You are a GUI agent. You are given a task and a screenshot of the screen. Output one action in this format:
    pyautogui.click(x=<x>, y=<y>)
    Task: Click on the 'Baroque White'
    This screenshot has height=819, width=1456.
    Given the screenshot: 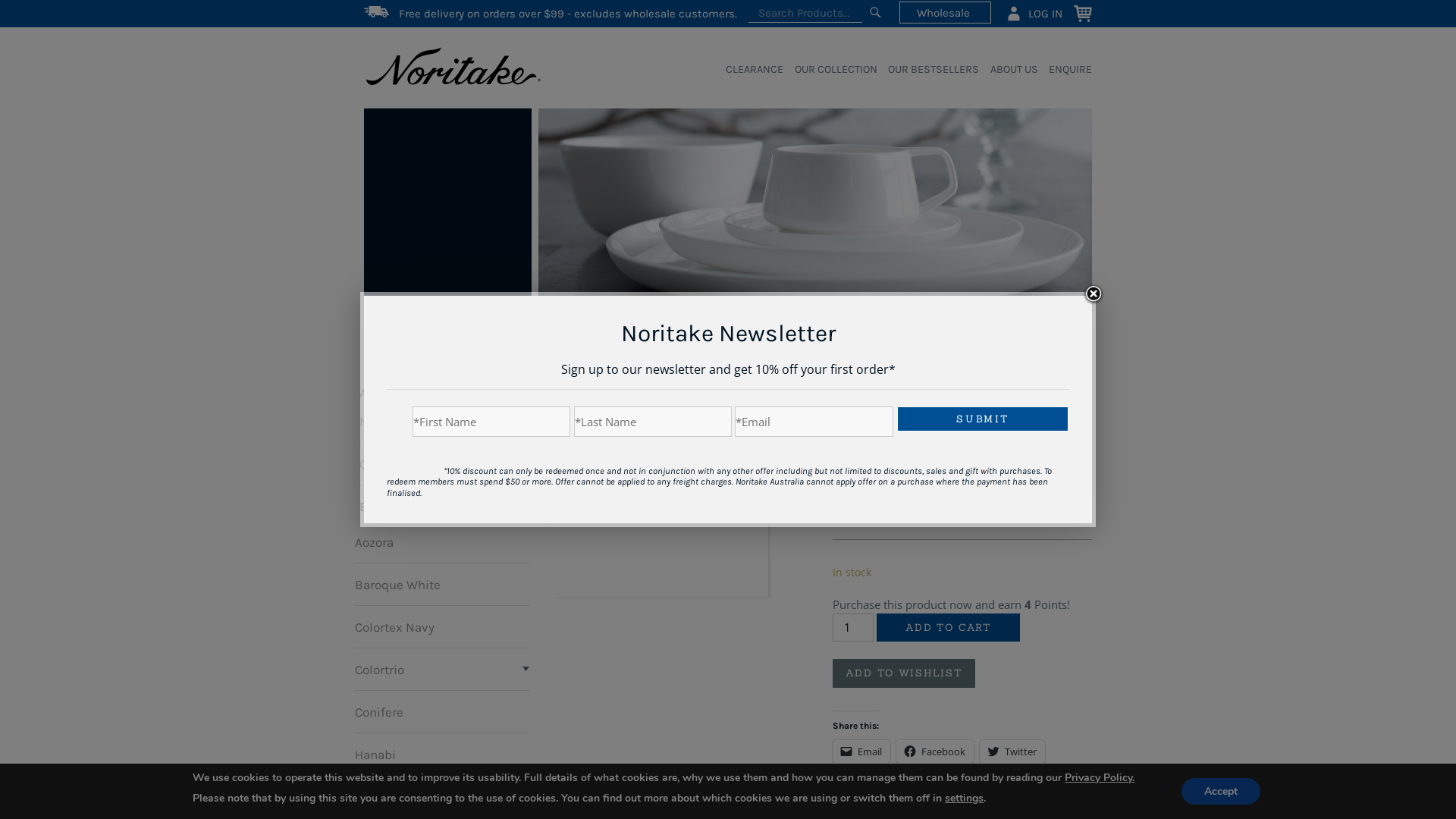 What is the action you would take?
    pyautogui.click(x=397, y=583)
    